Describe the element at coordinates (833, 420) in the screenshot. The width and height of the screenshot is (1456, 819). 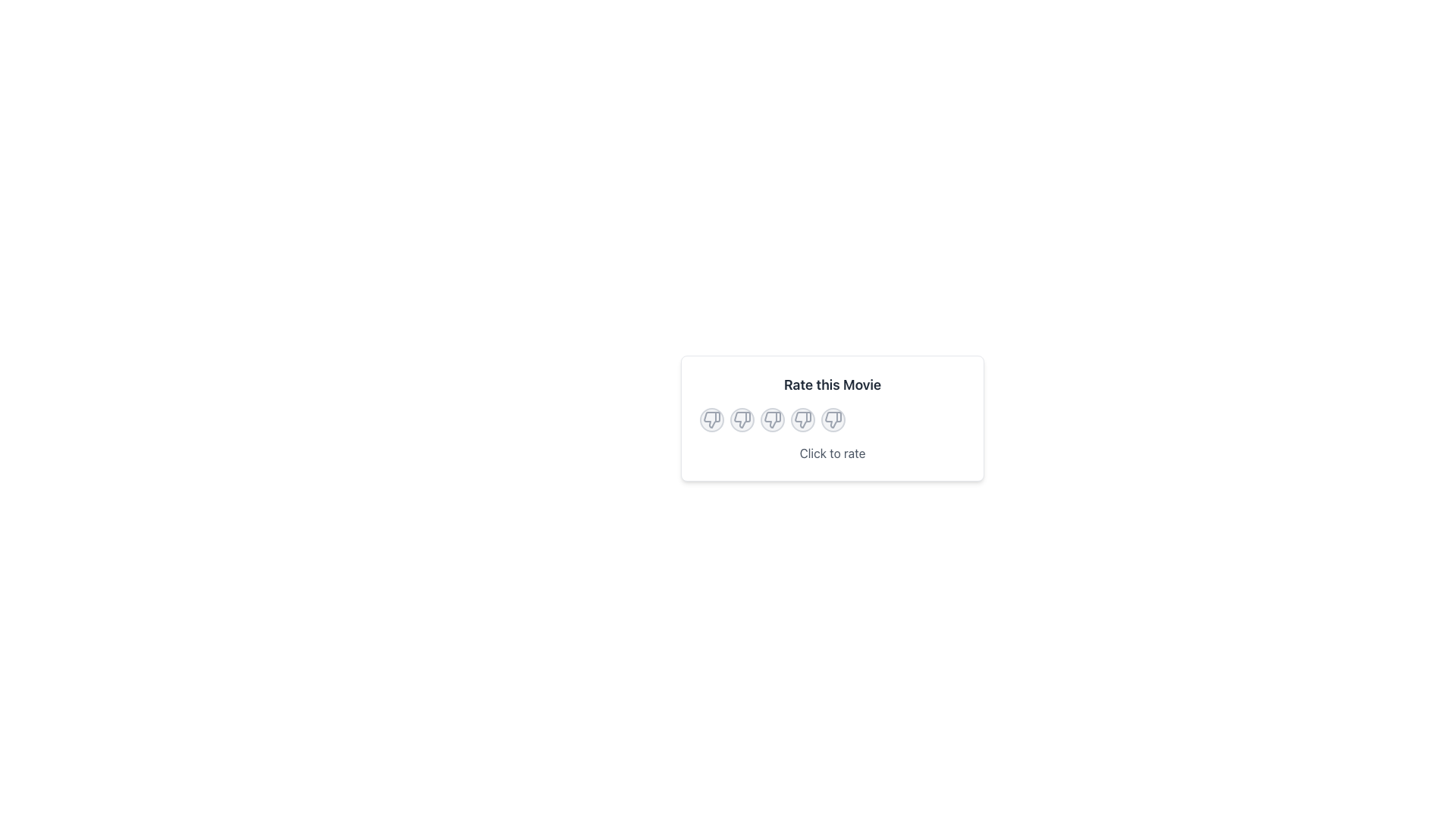
I see `the fifth thumbs-down SVG graphic icon in the bottom right panel` at that location.